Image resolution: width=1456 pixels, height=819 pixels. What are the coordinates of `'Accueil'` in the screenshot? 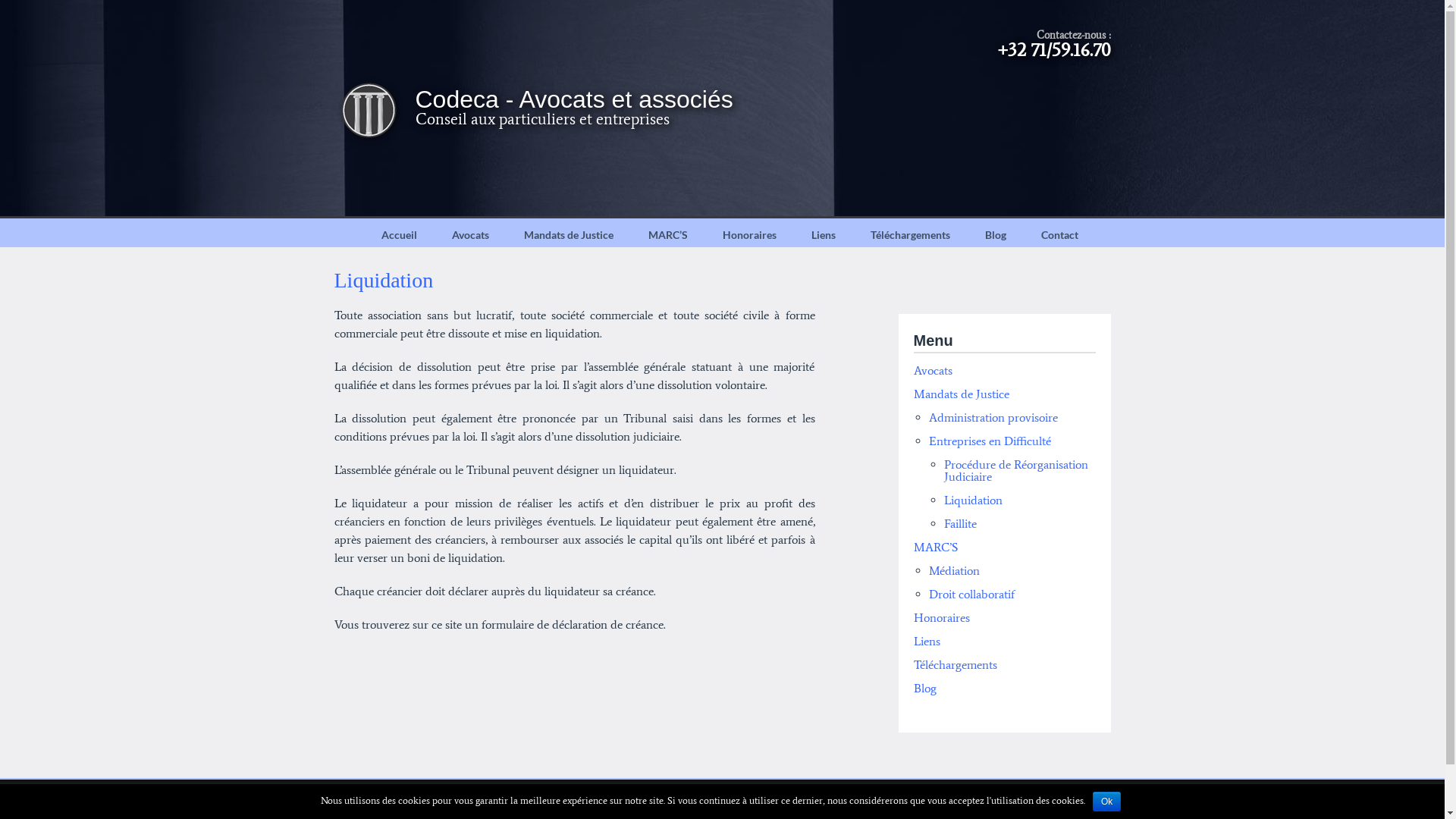 It's located at (399, 234).